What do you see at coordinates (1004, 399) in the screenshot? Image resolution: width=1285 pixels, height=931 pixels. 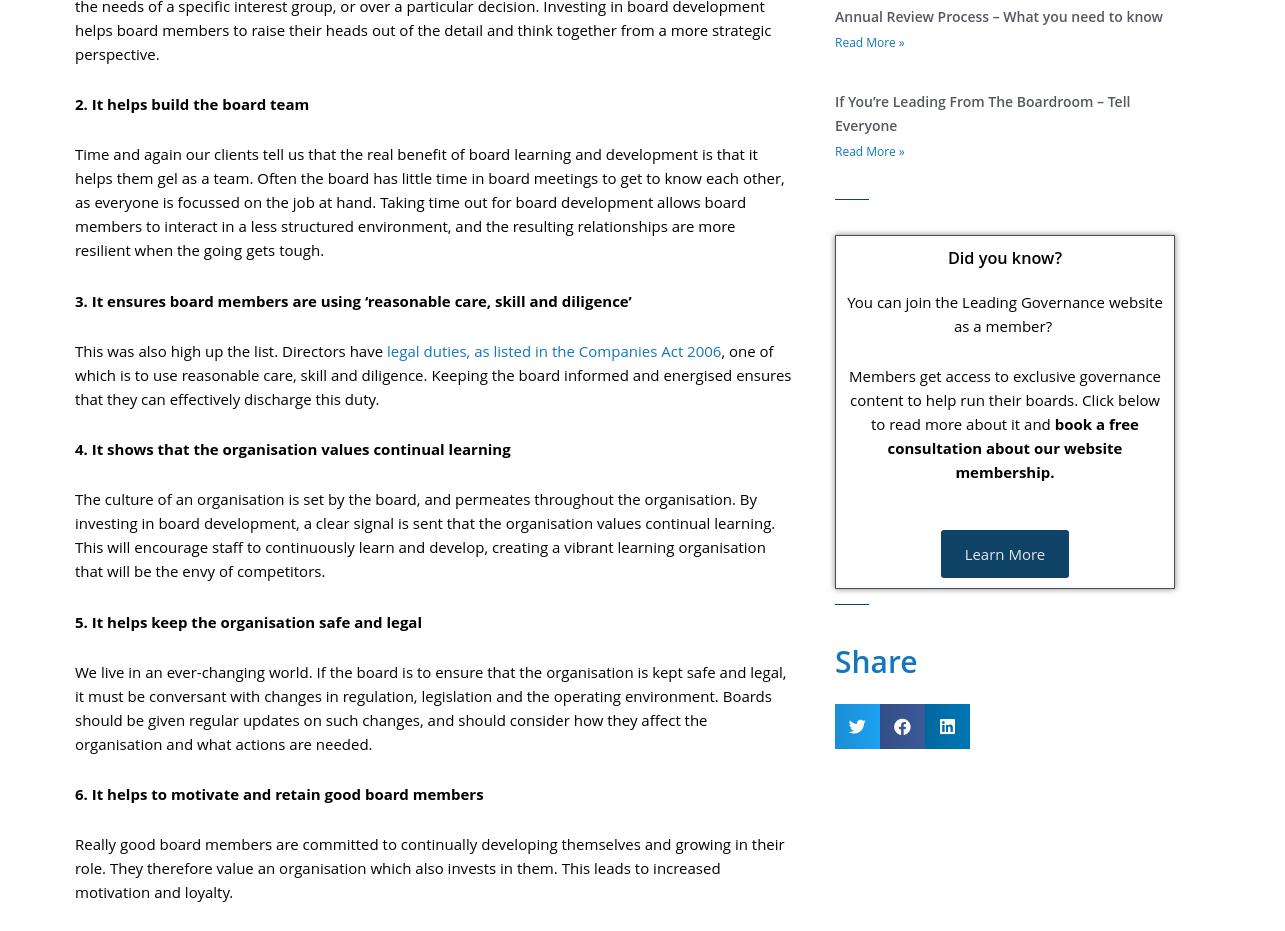 I see `'Members get access to exclusive governance content to help run their boards. Click below to read more about it and'` at bounding box center [1004, 399].